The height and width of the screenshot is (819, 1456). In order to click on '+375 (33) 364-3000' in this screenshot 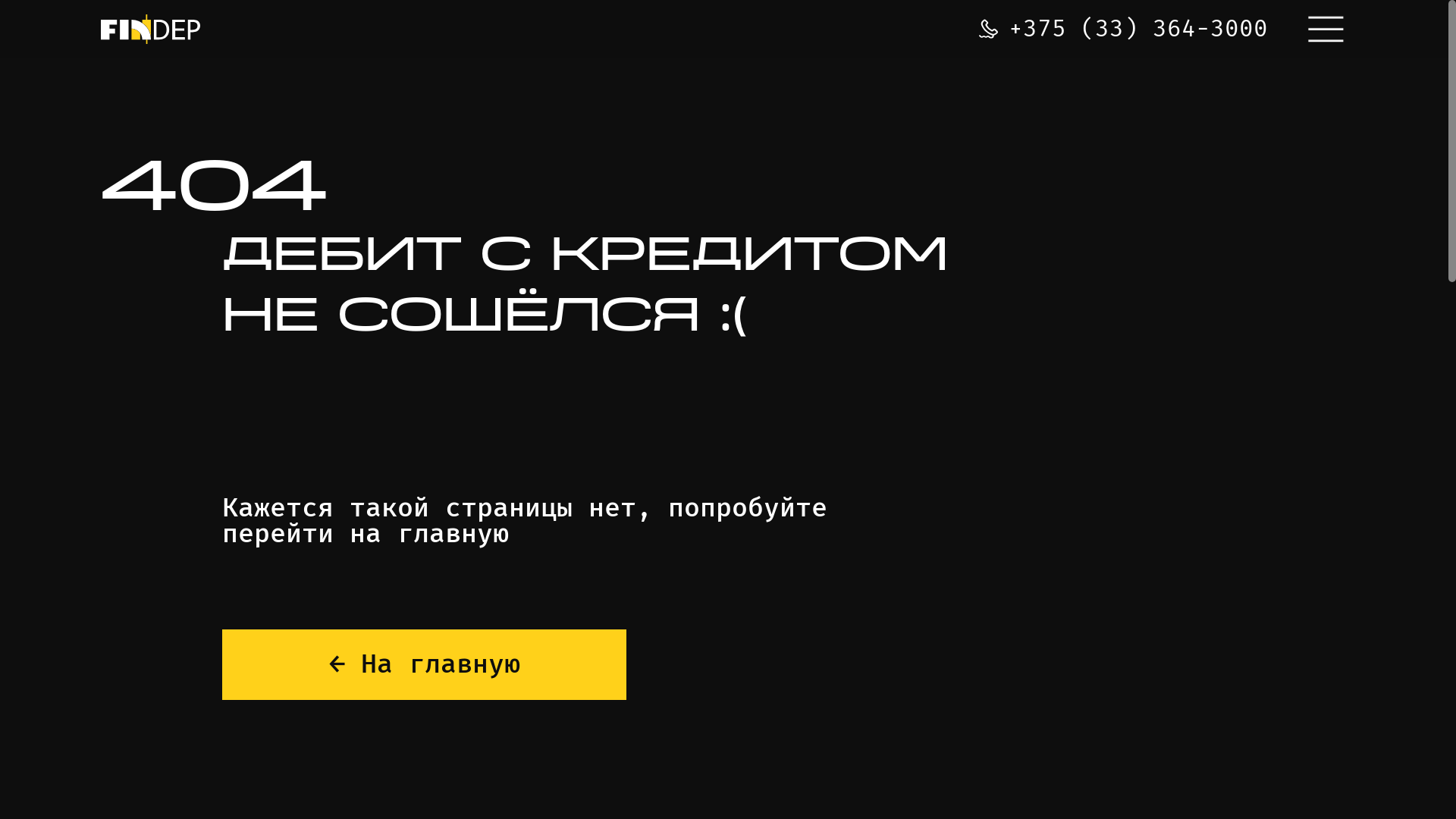, I will do `click(1123, 29)`.